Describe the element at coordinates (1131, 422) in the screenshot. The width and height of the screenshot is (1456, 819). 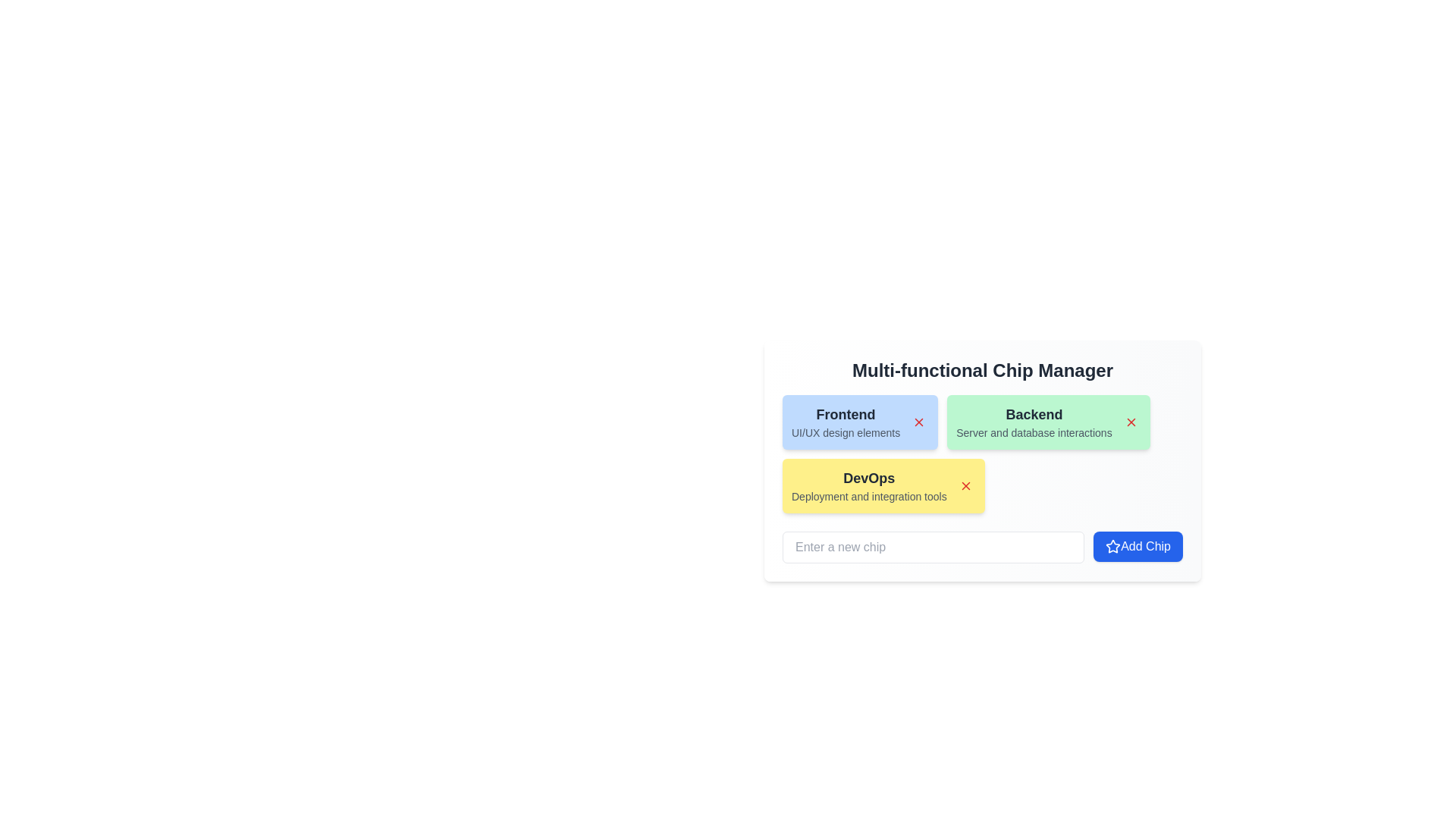
I see `the 'X' icon button styled as a cross with rounded edges, displayed in red, located on the right edge of the 'Backend' chip in the Multi-functional Chip Manager interface` at that location.